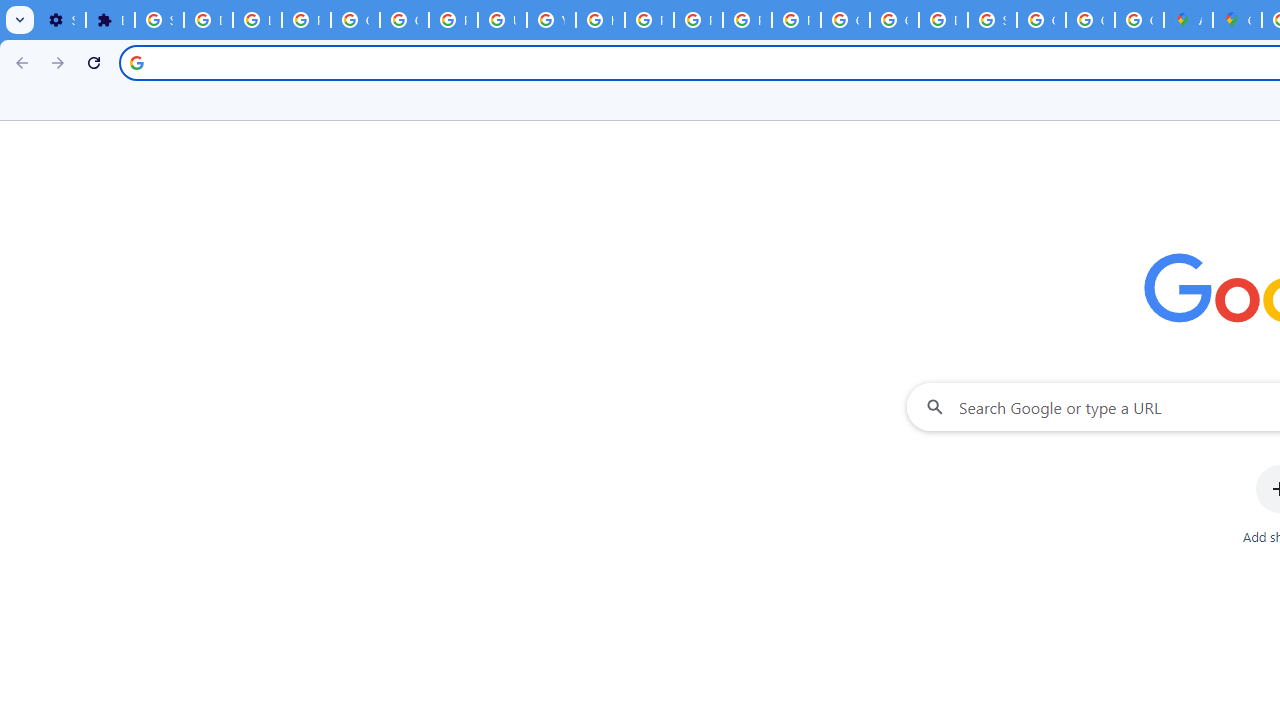  Describe the element at coordinates (109, 20) in the screenshot. I see `'Extensions'` at that location.